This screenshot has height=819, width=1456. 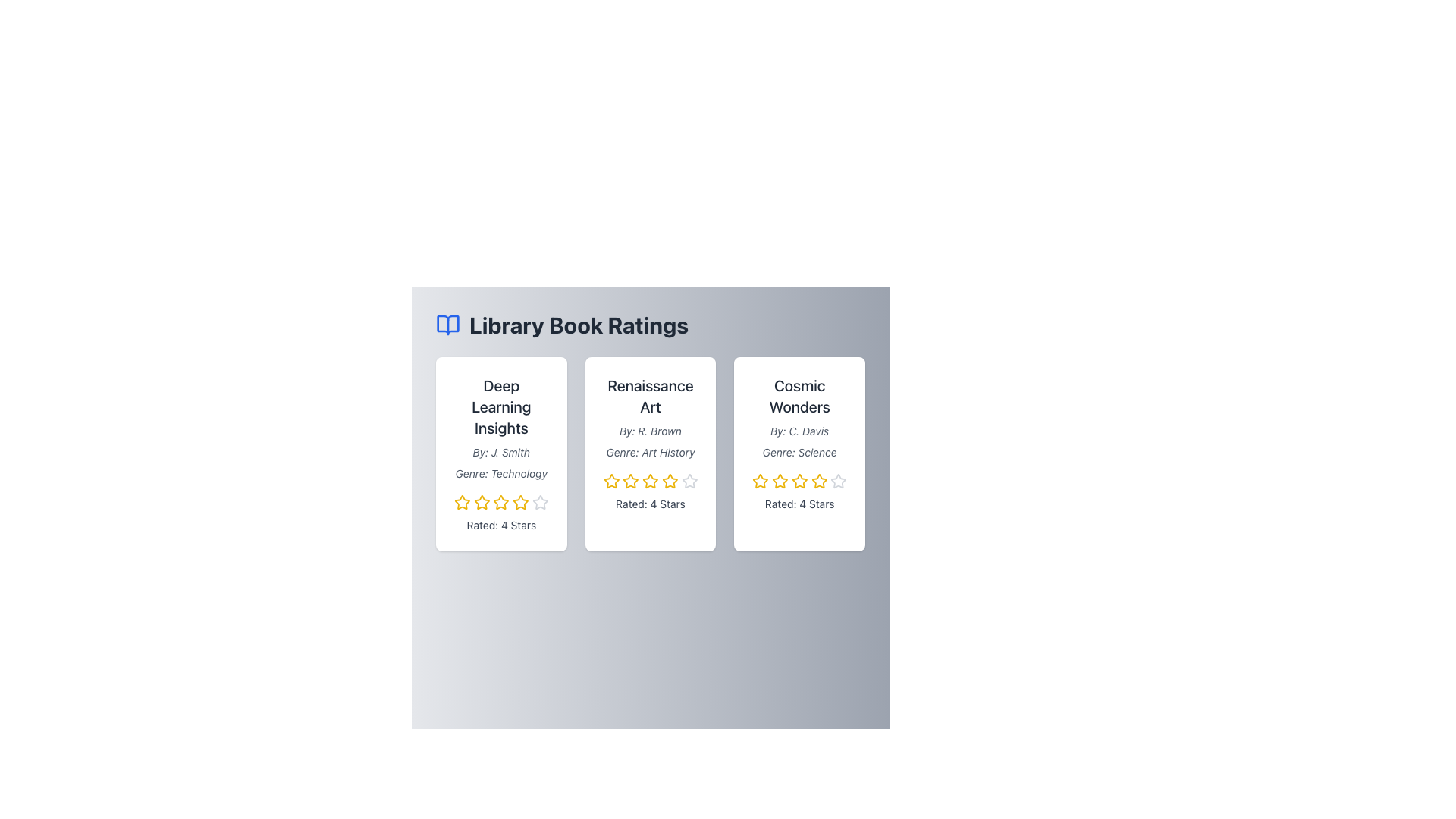 I want to click on the fourth yellow star icon in the rating system of the 'Cosmic Wonders' card, which is styled with a modern appearance and features a hover effect that scales the icon, so click(x=799, y=482).